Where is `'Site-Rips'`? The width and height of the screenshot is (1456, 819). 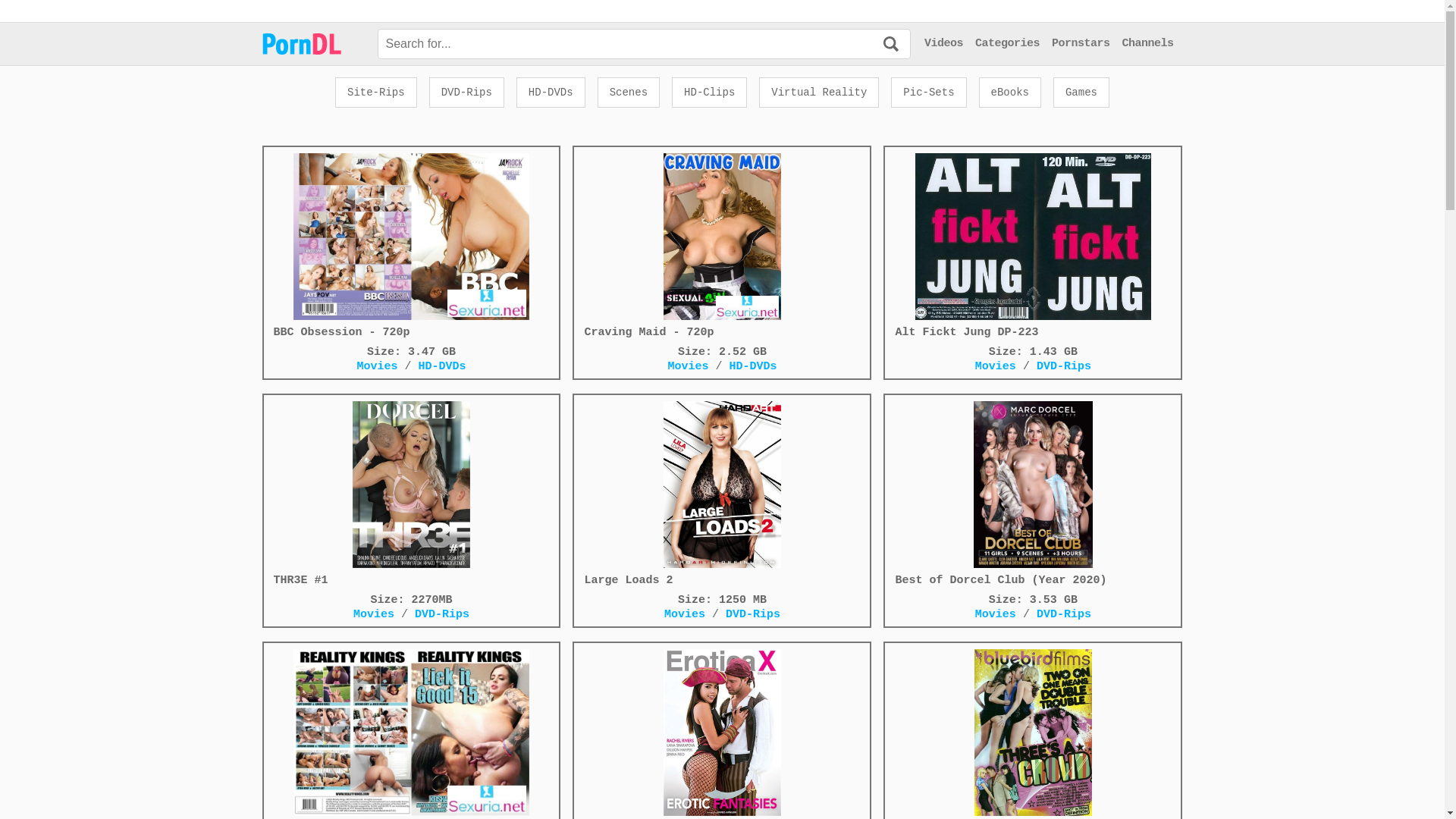 'Site-Rips' is located at coordinates (375, 93).